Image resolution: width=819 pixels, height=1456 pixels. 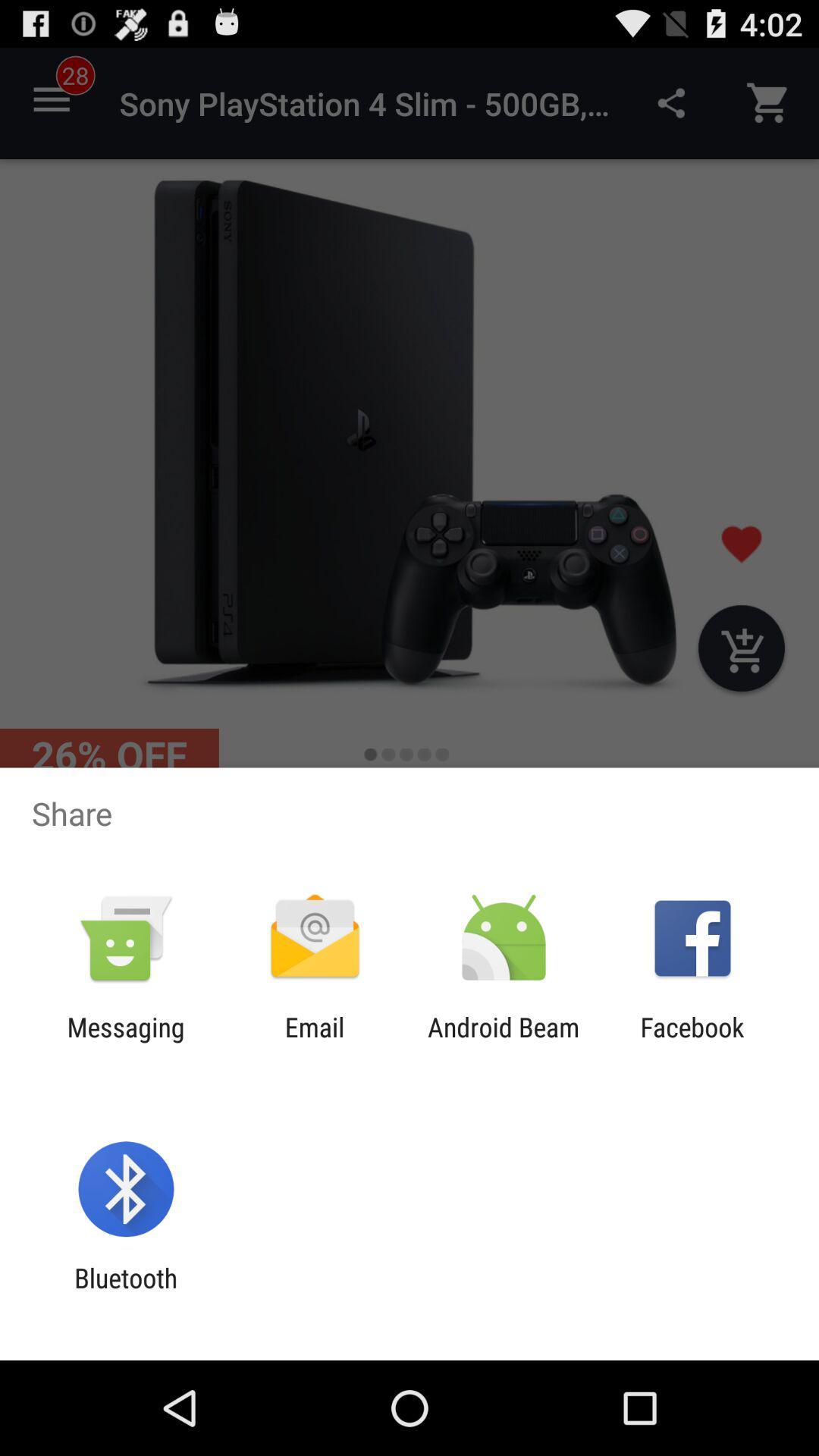 I want to click on the app next to the android beam app, so click(x=314, y=1042).